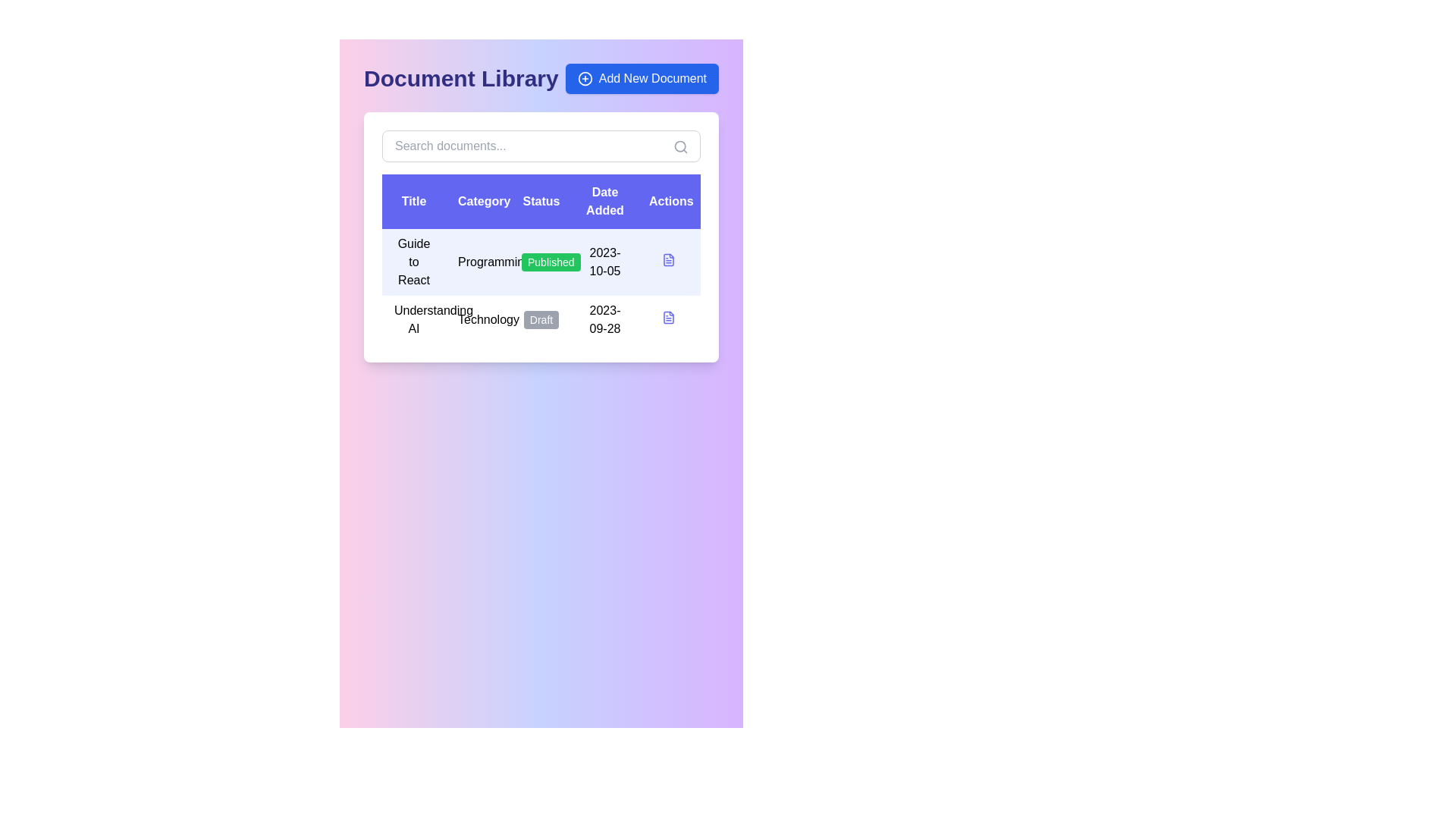 The width and height of the screenshot is (1456, 819). Describe the element at coordinates (604, 201) in the screenshot. I see `the static text label displaying 'Date Added', which is styled in bold white font on a purple background and is located in the fourth column of the header row of the table` at that location.